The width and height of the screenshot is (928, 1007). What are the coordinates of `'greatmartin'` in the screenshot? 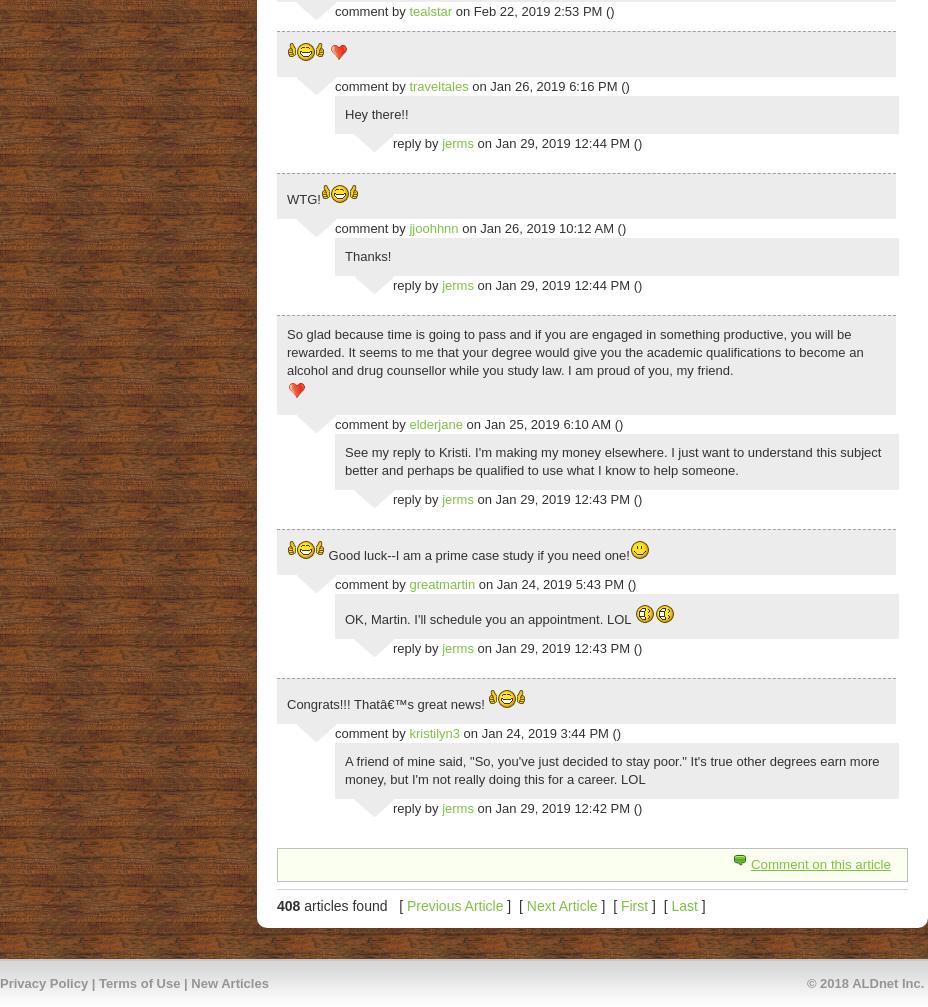 It's located at (442, 583).